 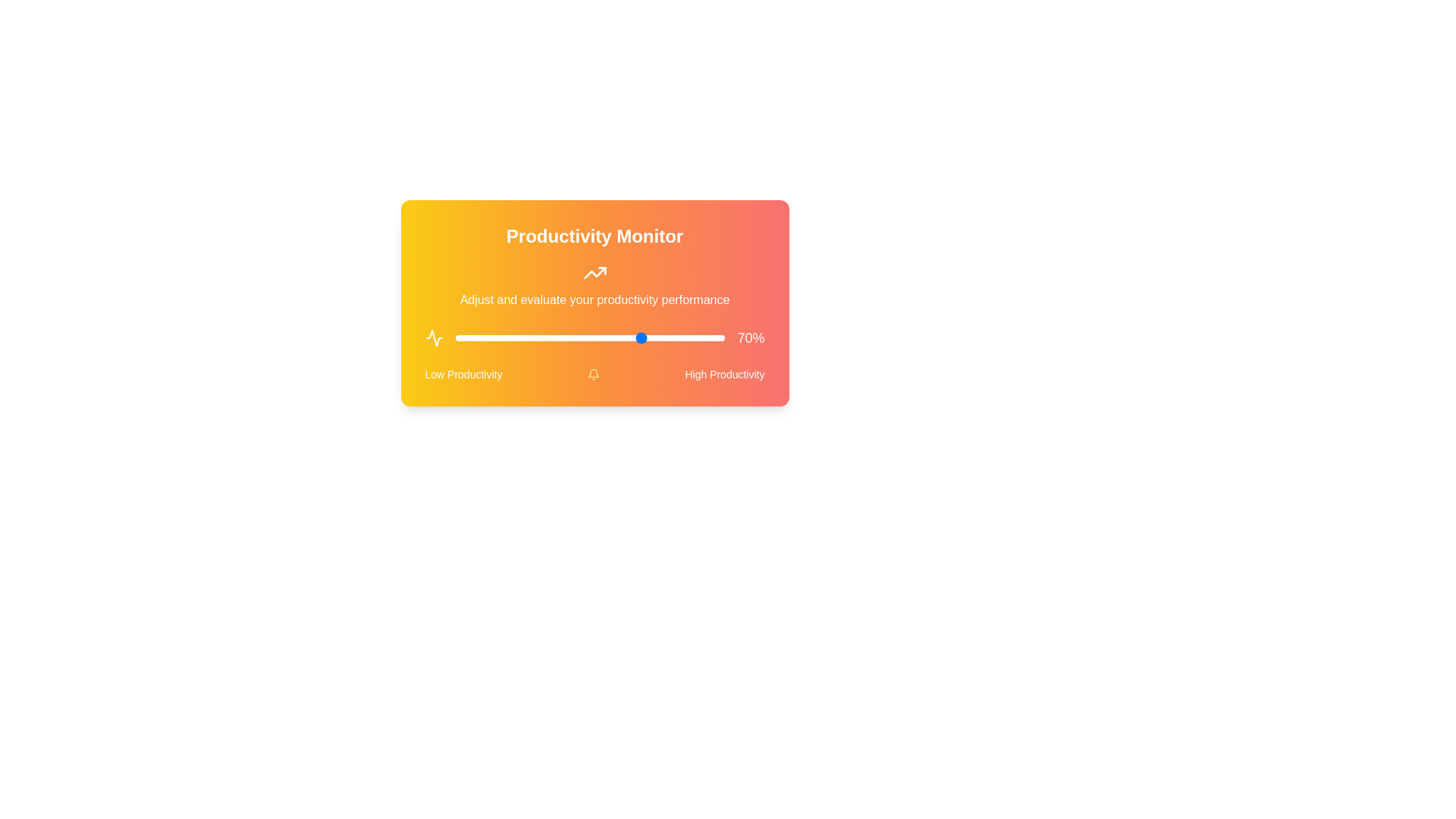 What do you see at coordinates (565, 337) in the screenshot?
I see `the slider to set the productivity value to 41` at bounding box center [565, 337].